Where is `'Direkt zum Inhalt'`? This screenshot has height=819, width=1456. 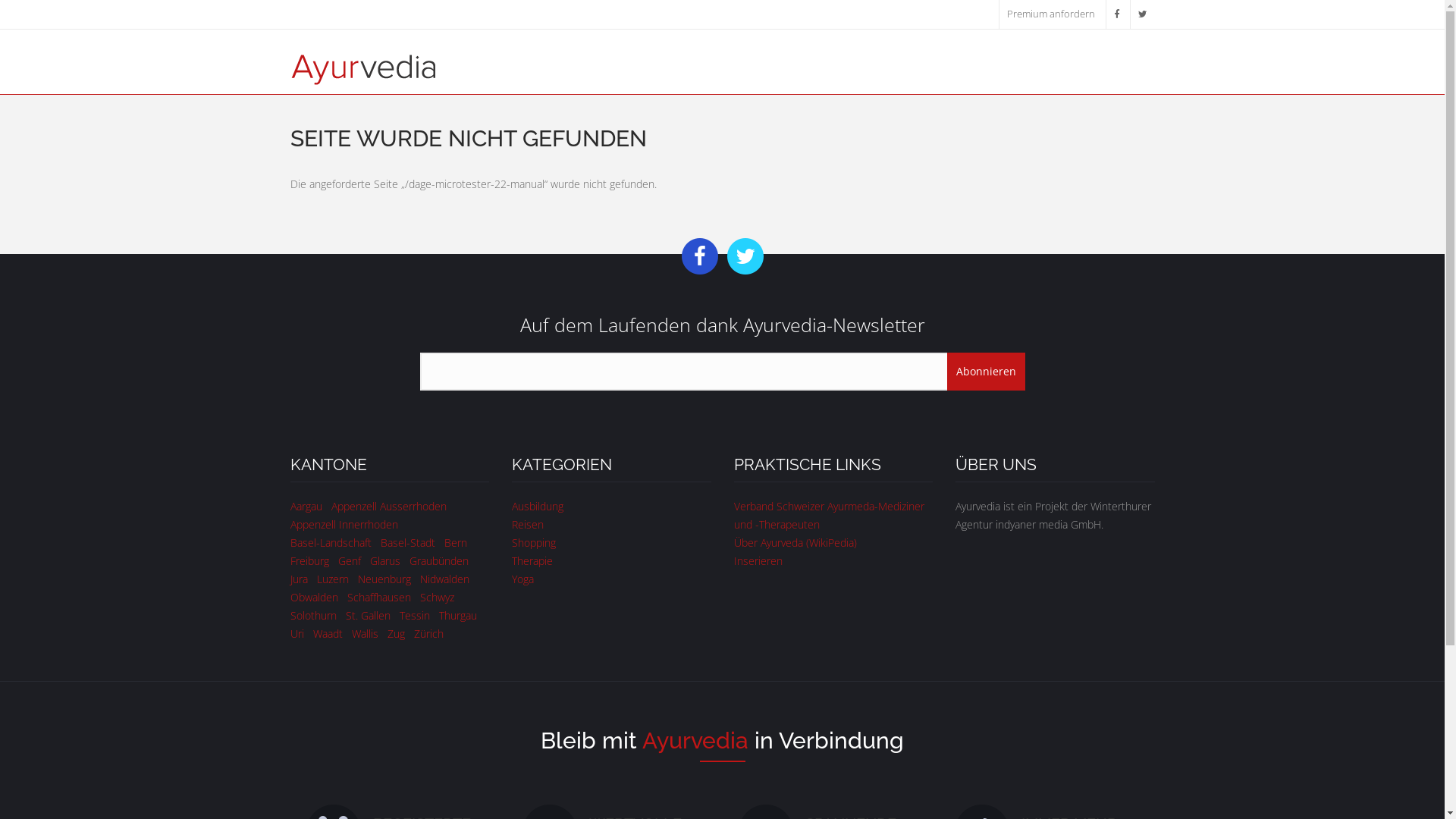
'Direkt zum Inhalt' is located at coordinates (40, 0).